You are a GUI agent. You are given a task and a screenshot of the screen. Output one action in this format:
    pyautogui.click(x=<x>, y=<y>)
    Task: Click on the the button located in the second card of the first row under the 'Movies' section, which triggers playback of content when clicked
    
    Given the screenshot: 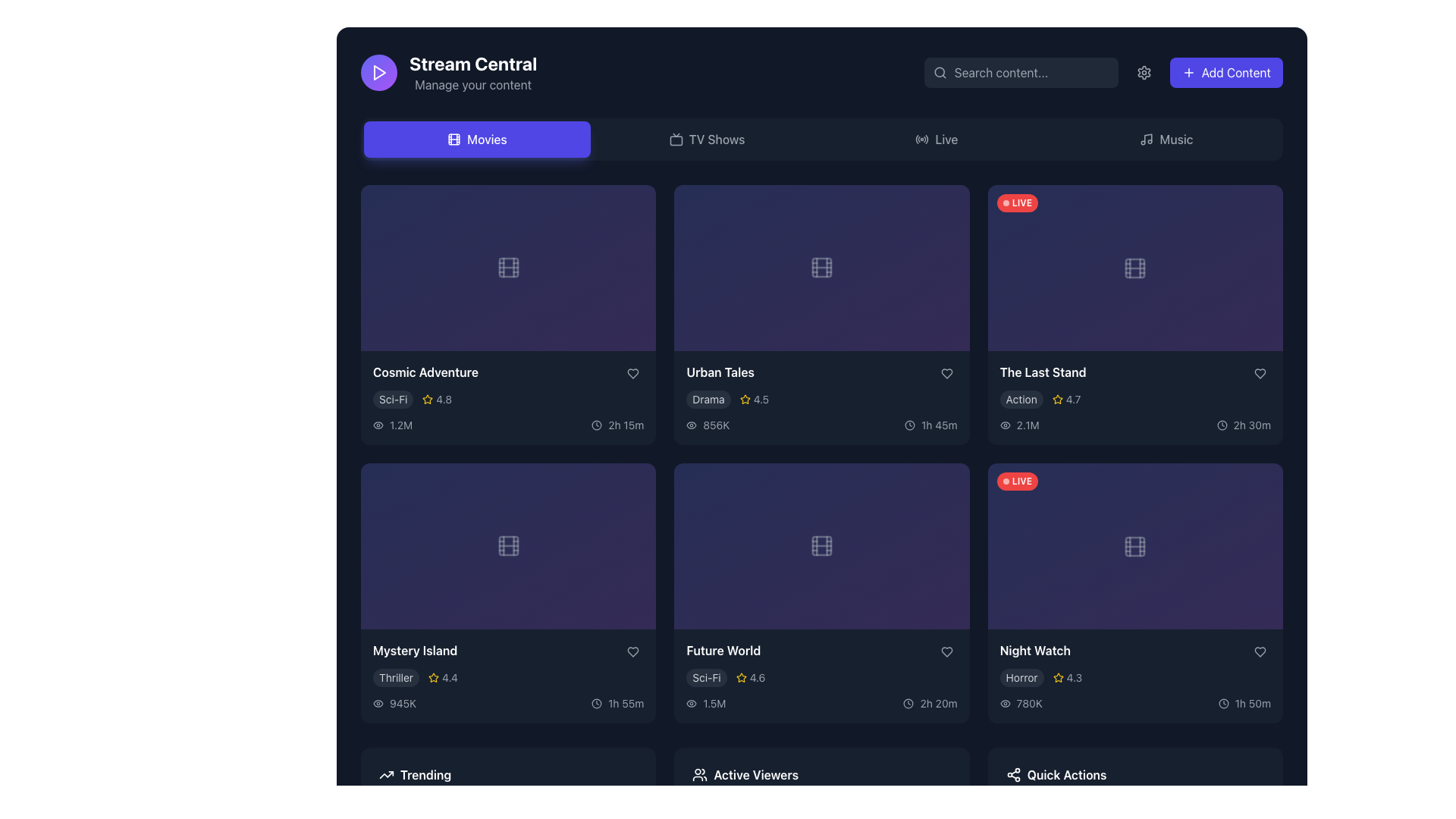 What is the action you would take?
    pyautogui.click(x=508, y=326)
    